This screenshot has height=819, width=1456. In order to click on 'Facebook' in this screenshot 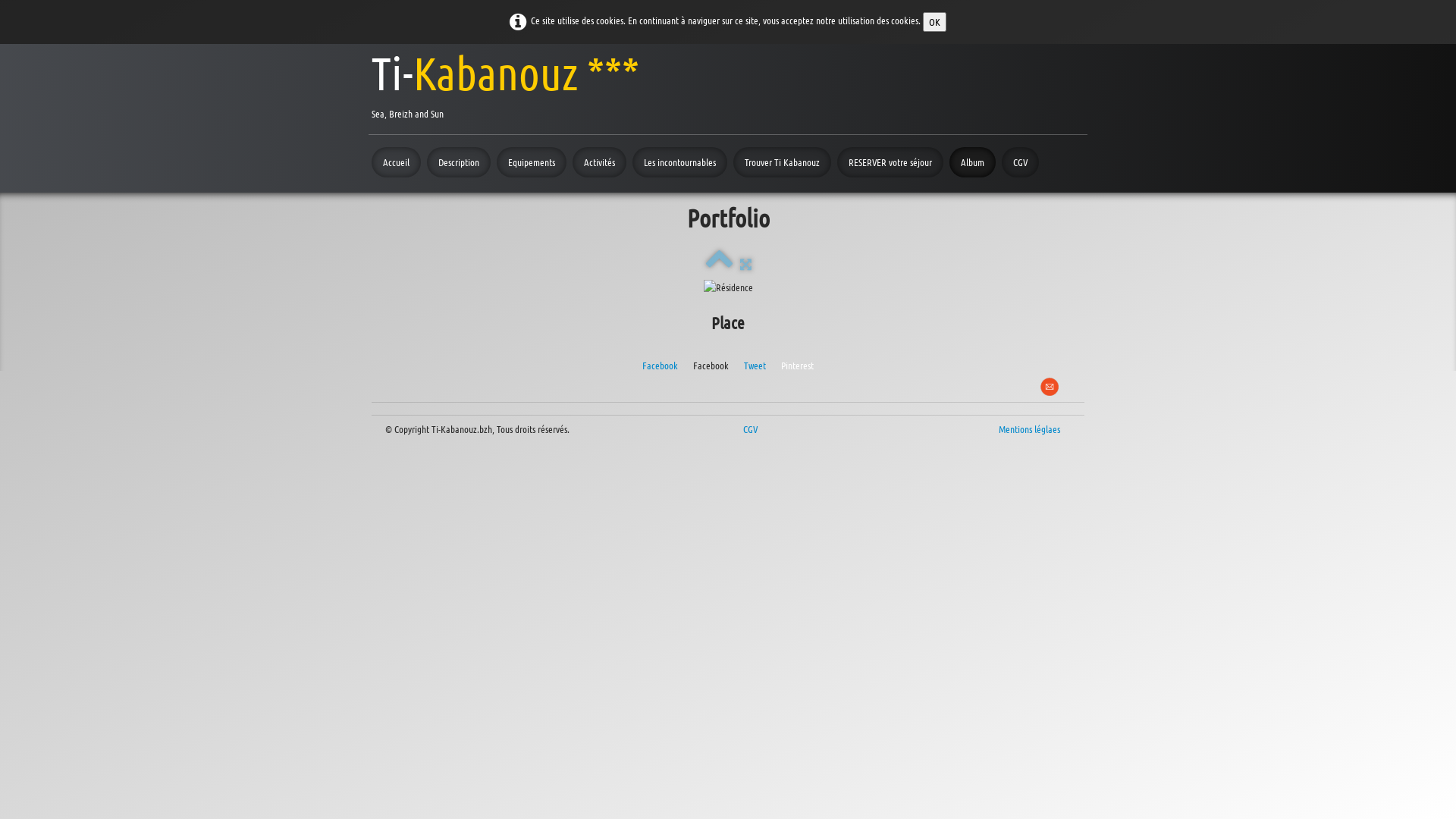, I will do `click(660, 365)`.